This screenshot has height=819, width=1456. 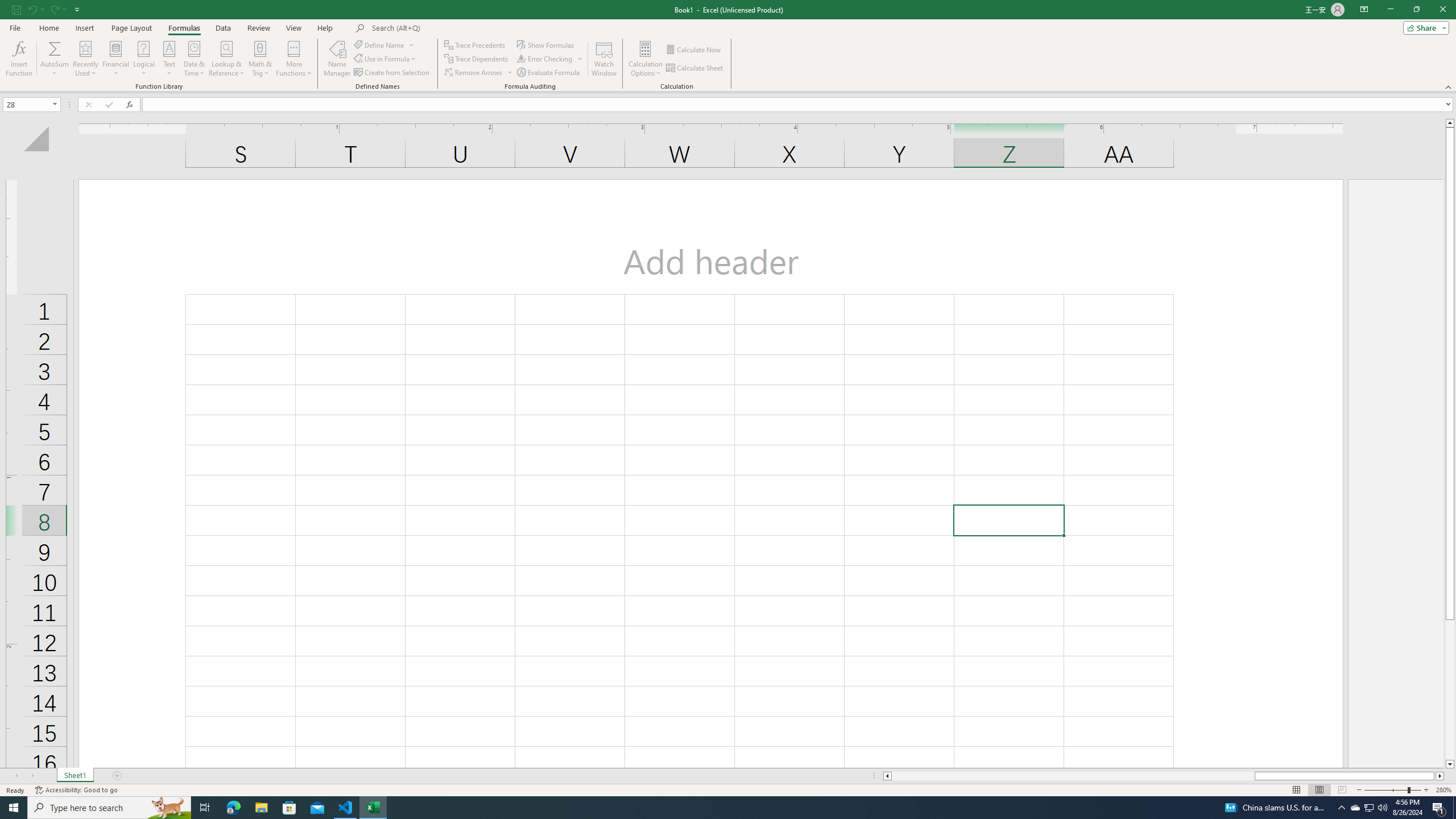 What do you see at coordinates (603, 59) in the screenshot?
I see `'Watch Window'` at bounding box center [603, 59].